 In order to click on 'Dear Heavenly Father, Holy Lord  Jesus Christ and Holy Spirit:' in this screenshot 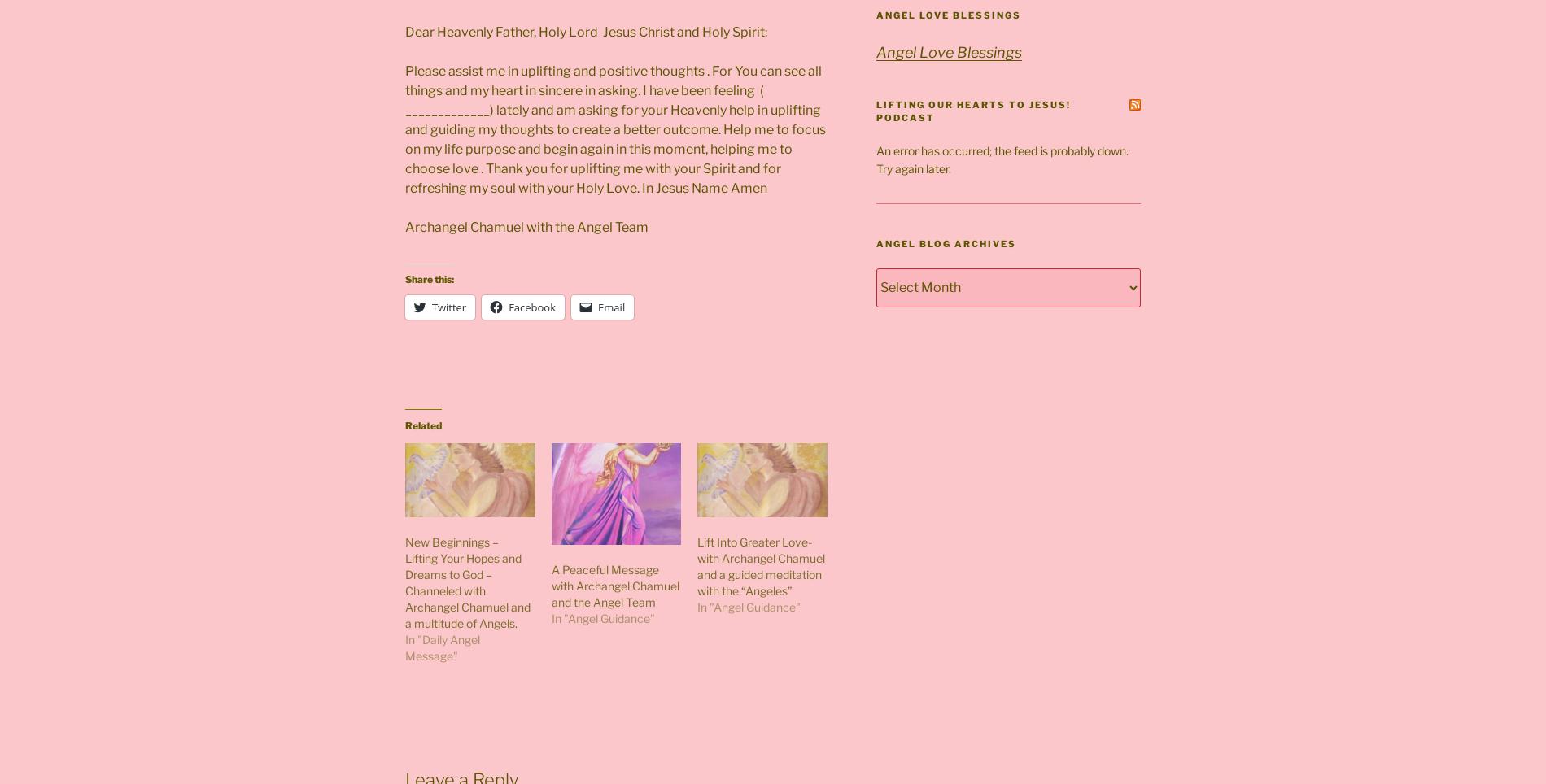, I will do `click(404, 30)`.